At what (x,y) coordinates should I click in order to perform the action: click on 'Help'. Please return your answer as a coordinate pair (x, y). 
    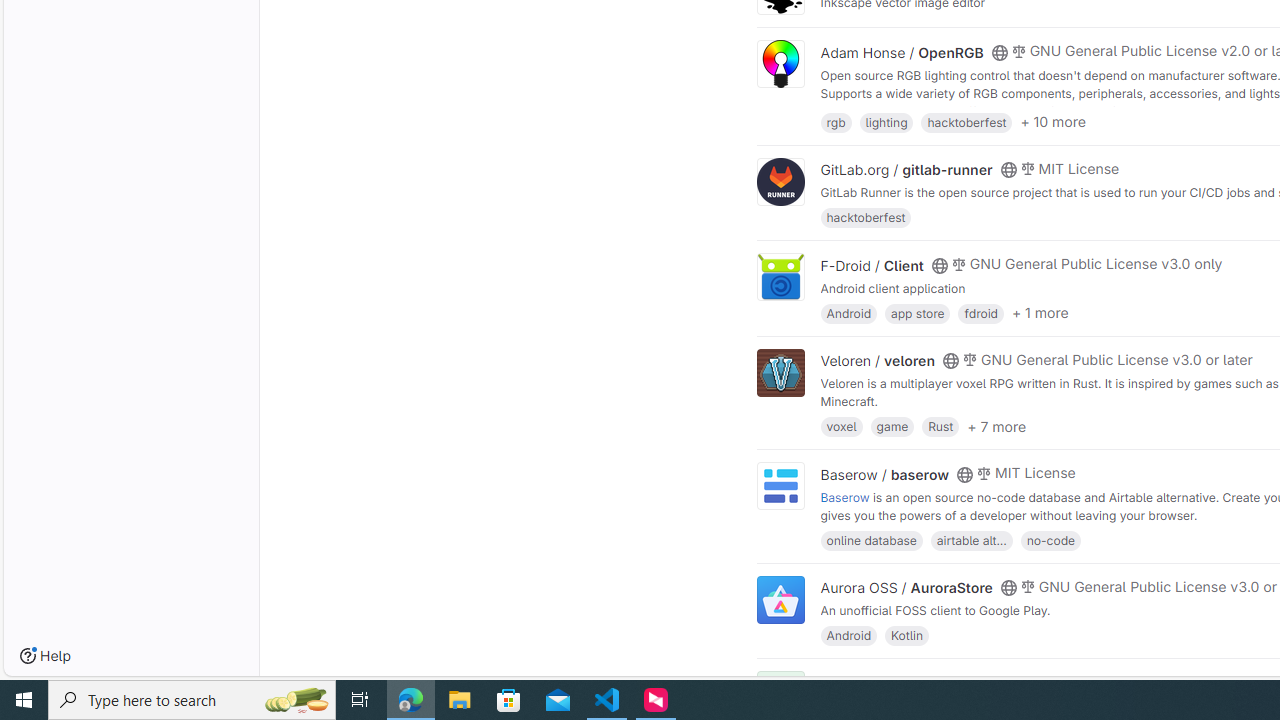
    Looking at the image, I should click on (45, 655).